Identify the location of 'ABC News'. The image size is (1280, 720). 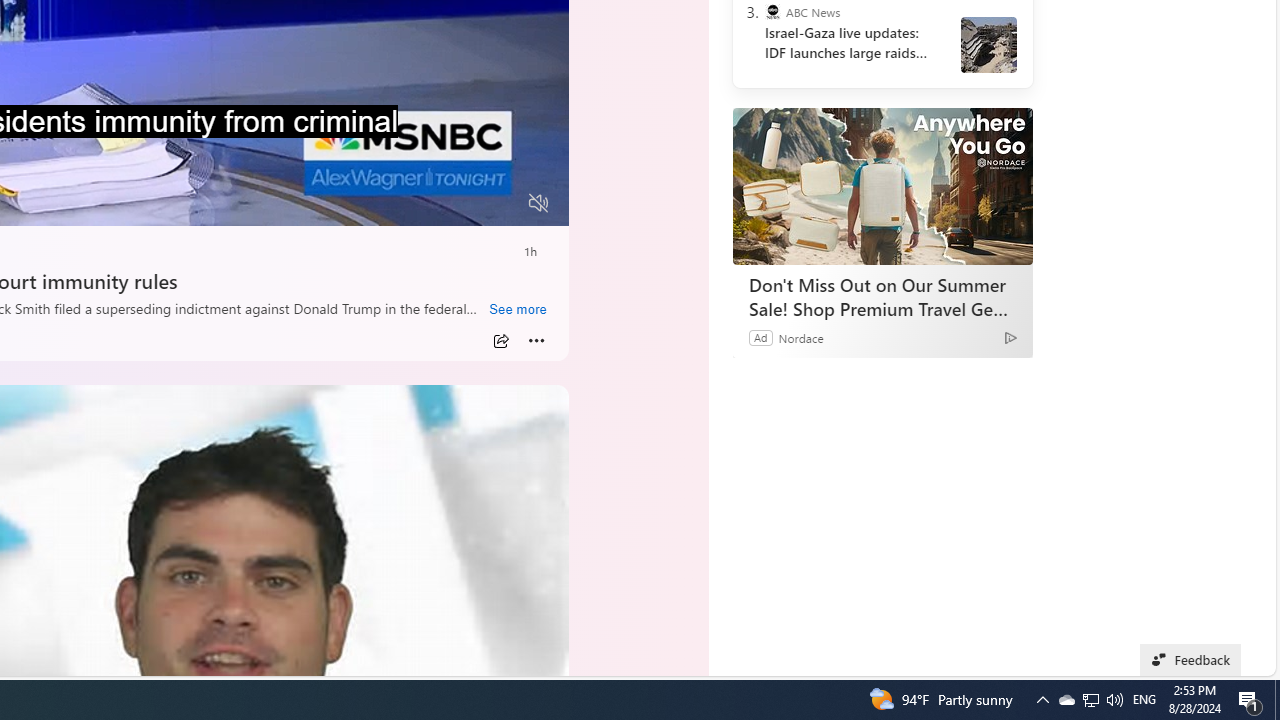
(772, 12).